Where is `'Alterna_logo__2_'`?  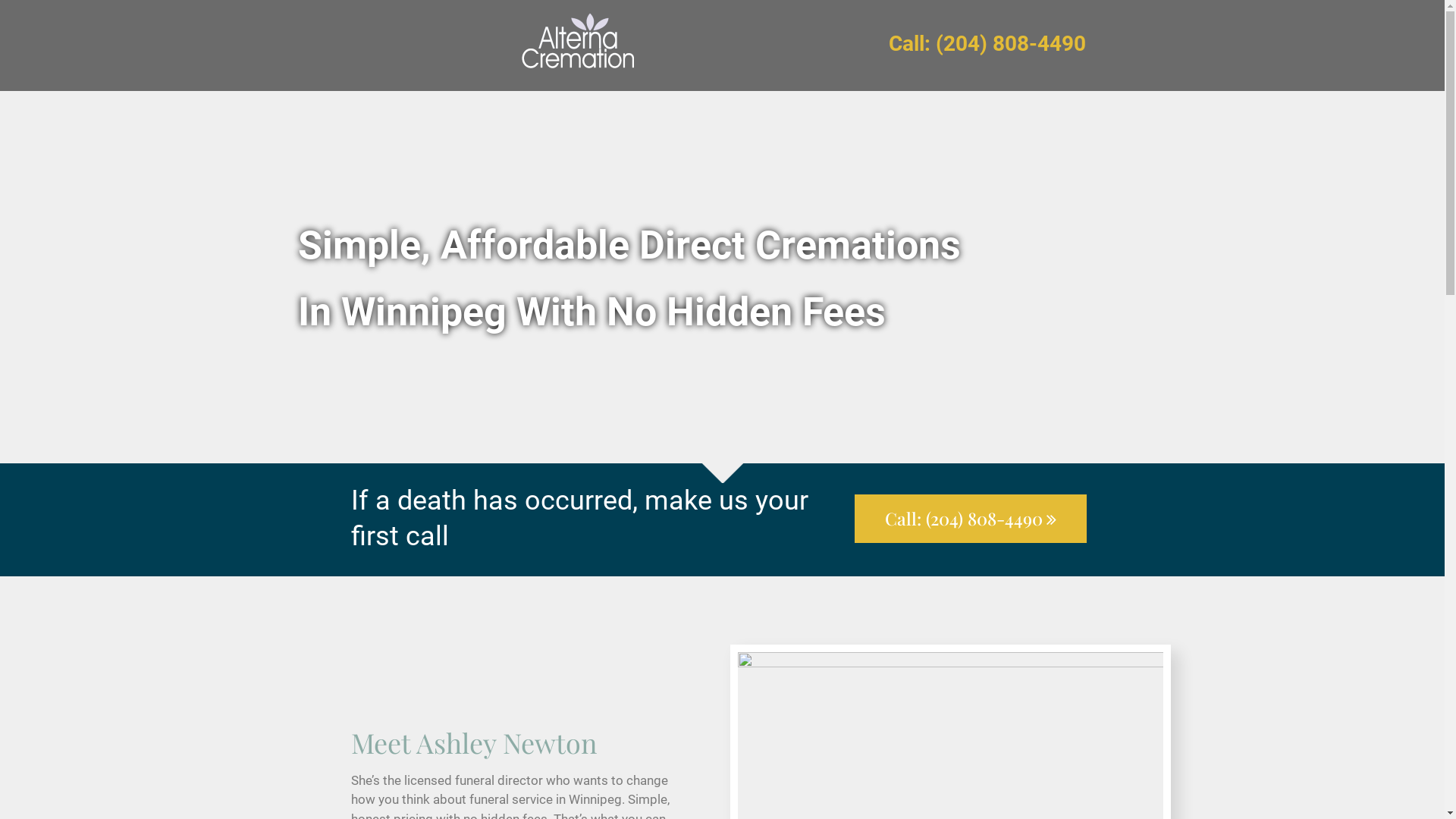
'Alterna_logo__2_' is located at coordinates (576, 45).